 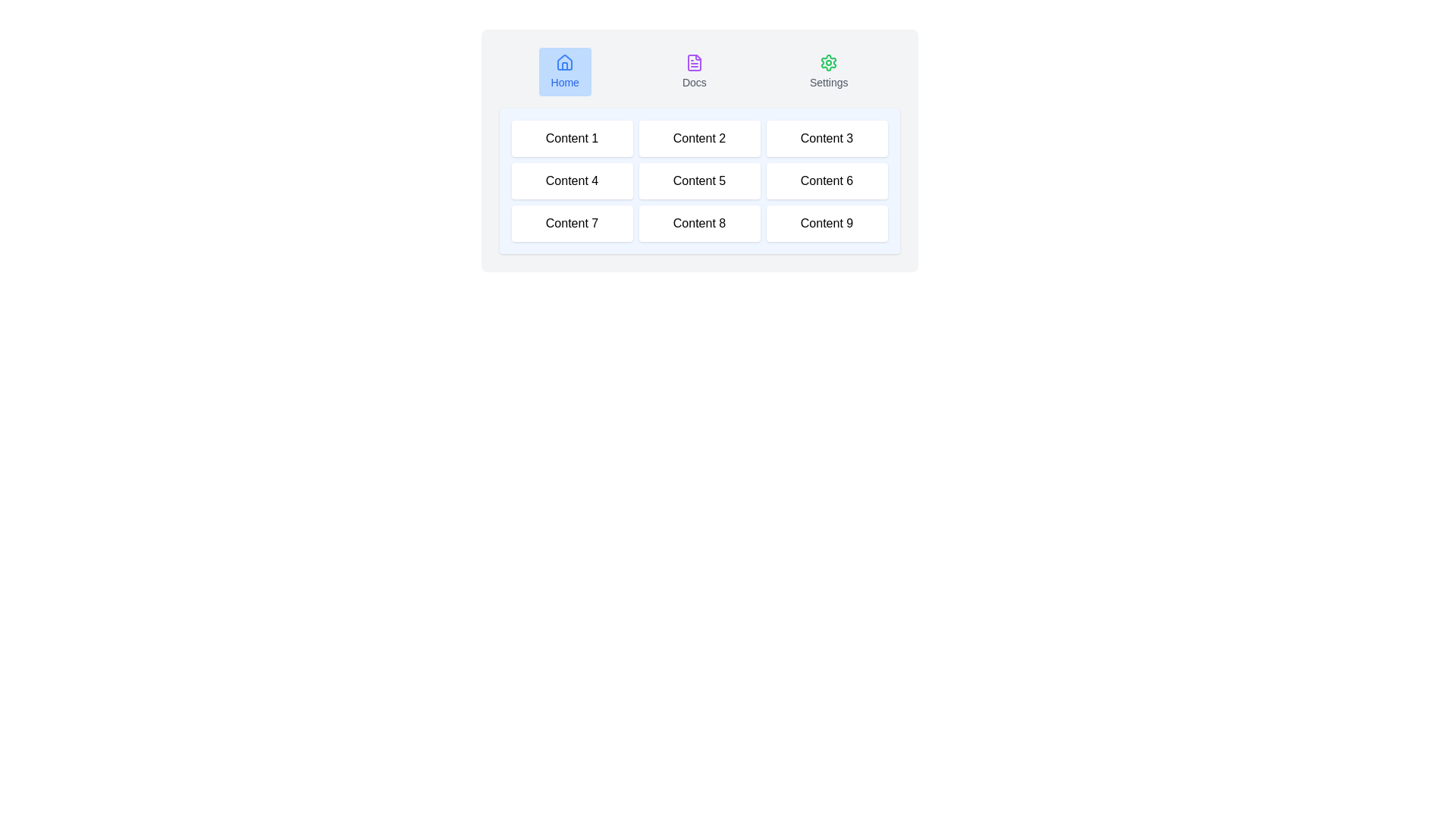 What do you see at coordinates (564, 72) in the screenshot?
I see `the Home tab by clicking on its respective button` at bounding box center [564, 72].